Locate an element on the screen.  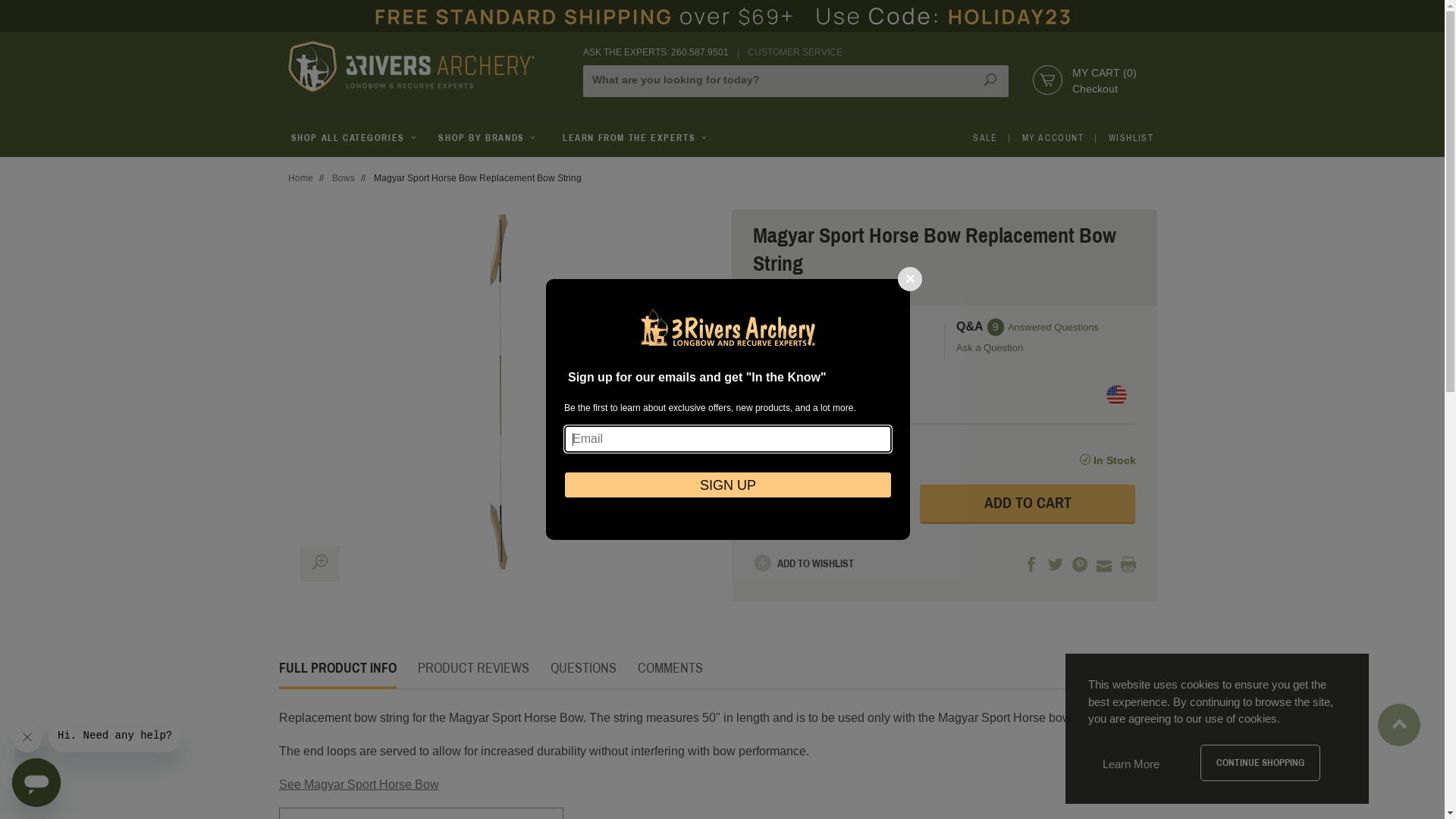
'MY CART (0)' is located at coordinates (1104, 73).